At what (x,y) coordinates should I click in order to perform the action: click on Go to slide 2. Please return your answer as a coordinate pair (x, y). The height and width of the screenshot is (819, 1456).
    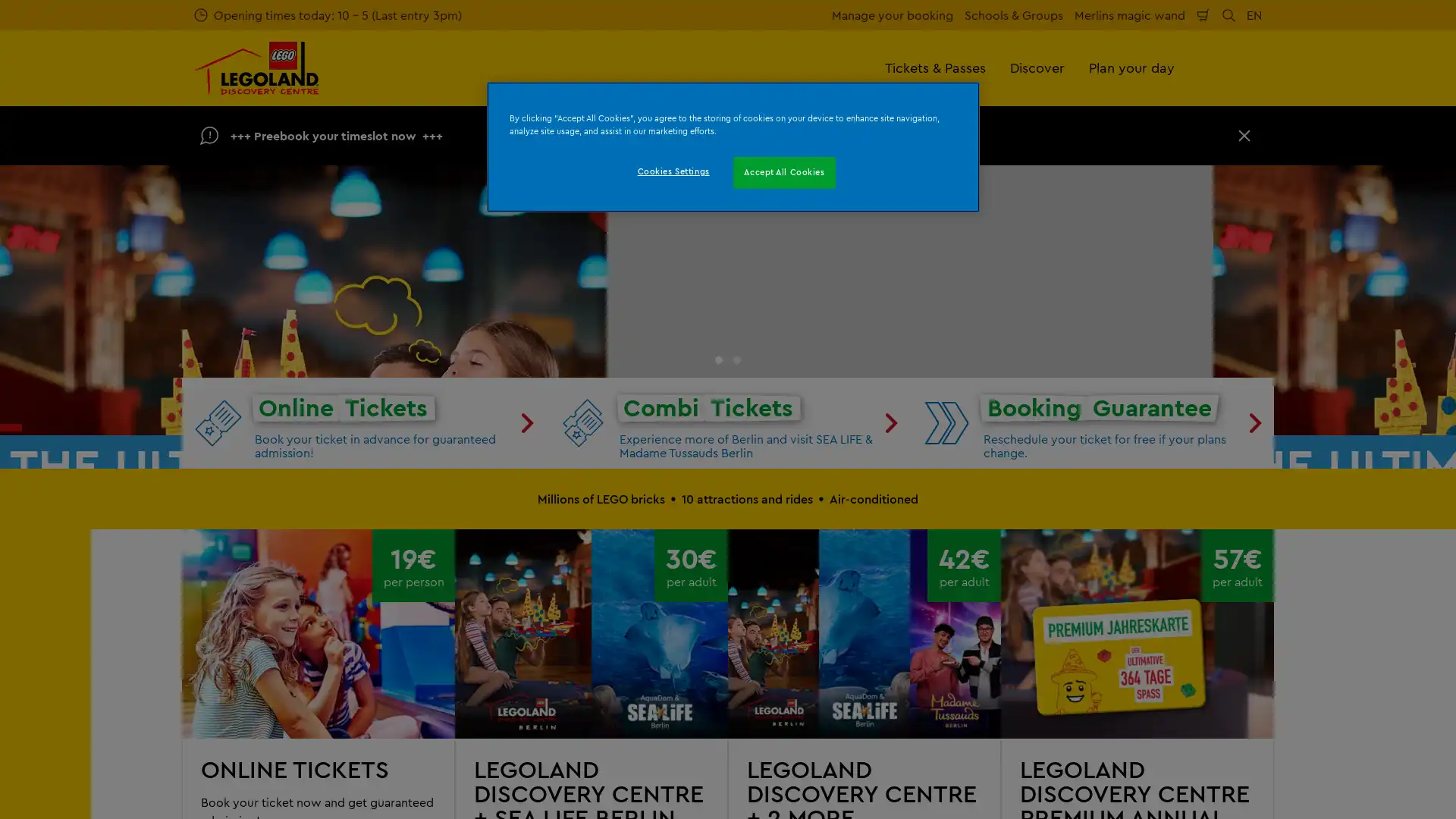
    Looking at the image, I should click on (736, 646).